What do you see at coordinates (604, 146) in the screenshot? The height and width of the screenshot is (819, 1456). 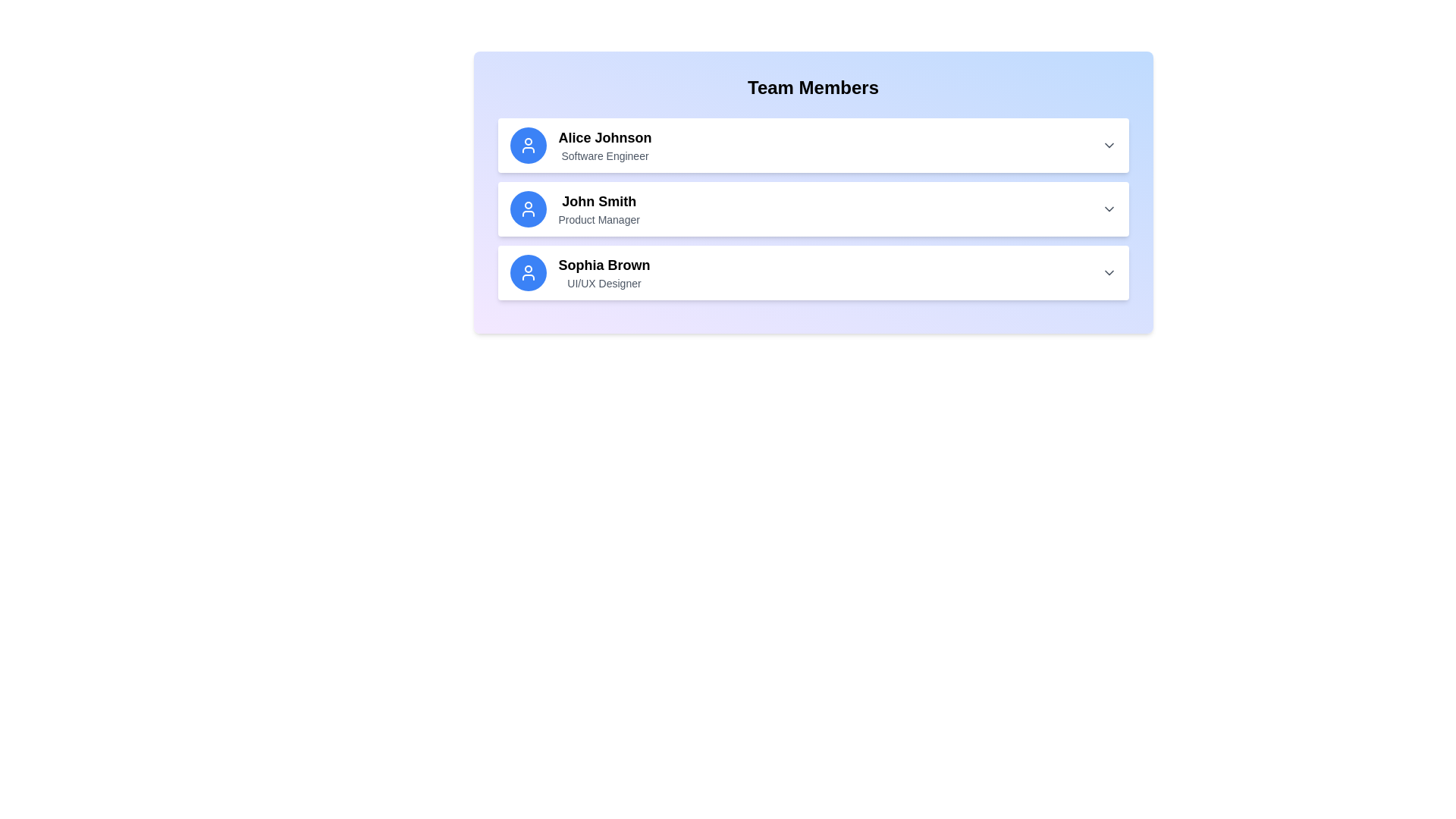 I see `and understand the text content of the profile block displaying 'Alice Johnson' and 'Software Engineer', located in the 'Team Members' section, aligned to the right of the person icon` at bounding box center [604, 146].